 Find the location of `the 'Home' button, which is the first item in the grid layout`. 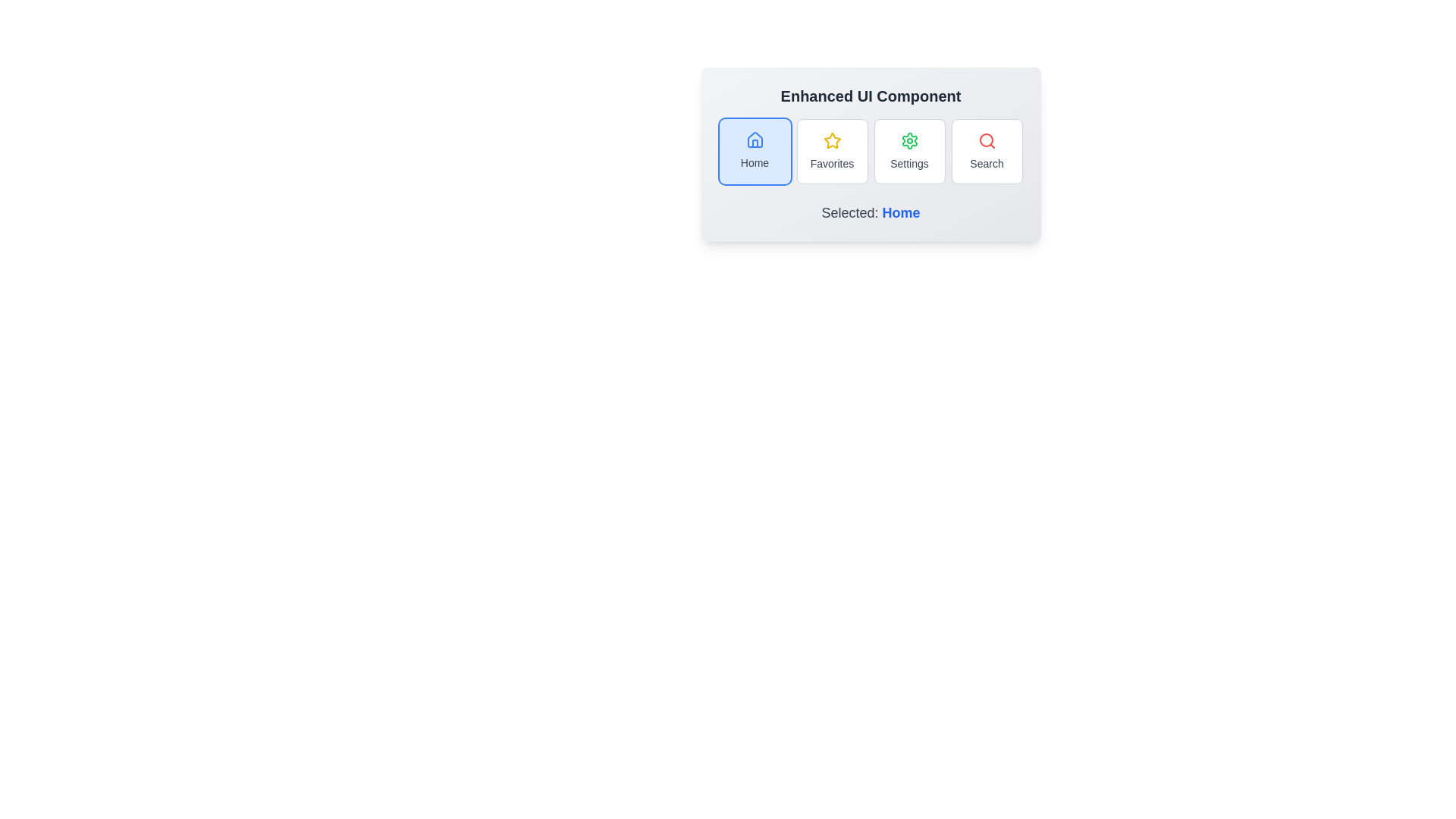

the 'Home' button, which is the first item in the grid layout is located at coordinates (755, 152).